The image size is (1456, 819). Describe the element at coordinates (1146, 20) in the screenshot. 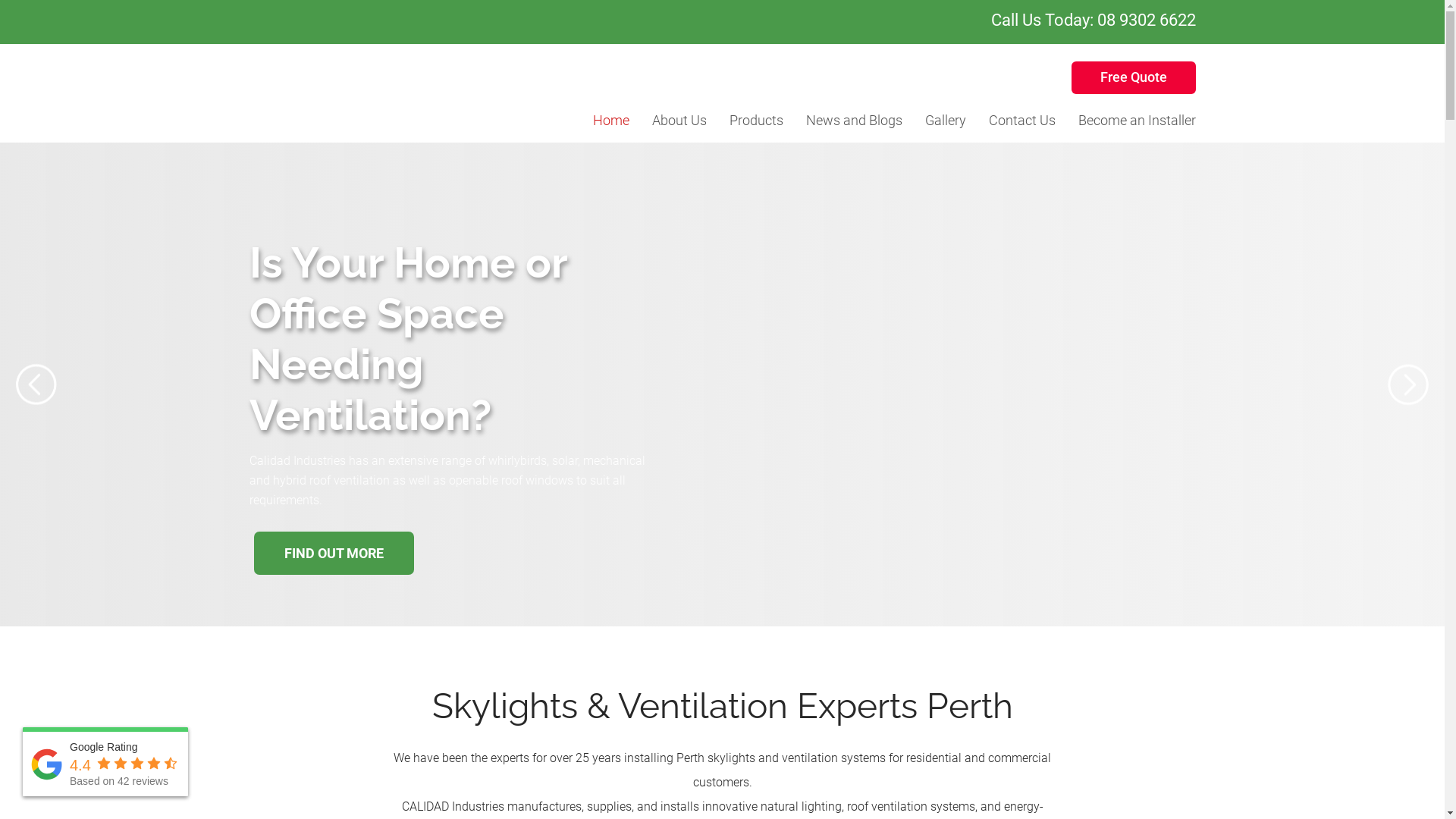

I see `'08 9302 6622'` at that location.